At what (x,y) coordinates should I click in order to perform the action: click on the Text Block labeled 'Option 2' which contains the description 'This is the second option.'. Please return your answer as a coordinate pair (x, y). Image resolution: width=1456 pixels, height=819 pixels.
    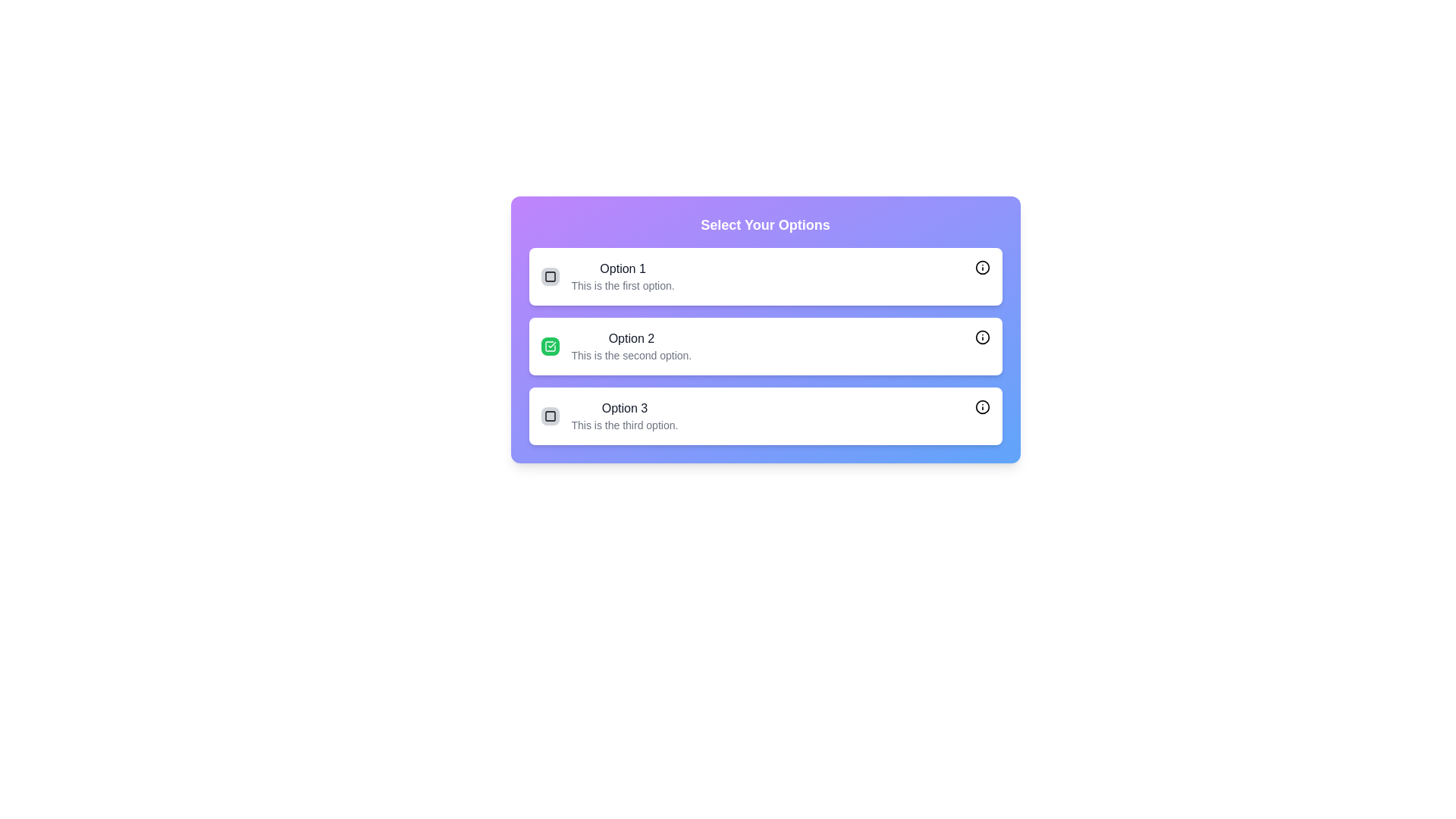
    Looking at the image, I should click on (631, 346).